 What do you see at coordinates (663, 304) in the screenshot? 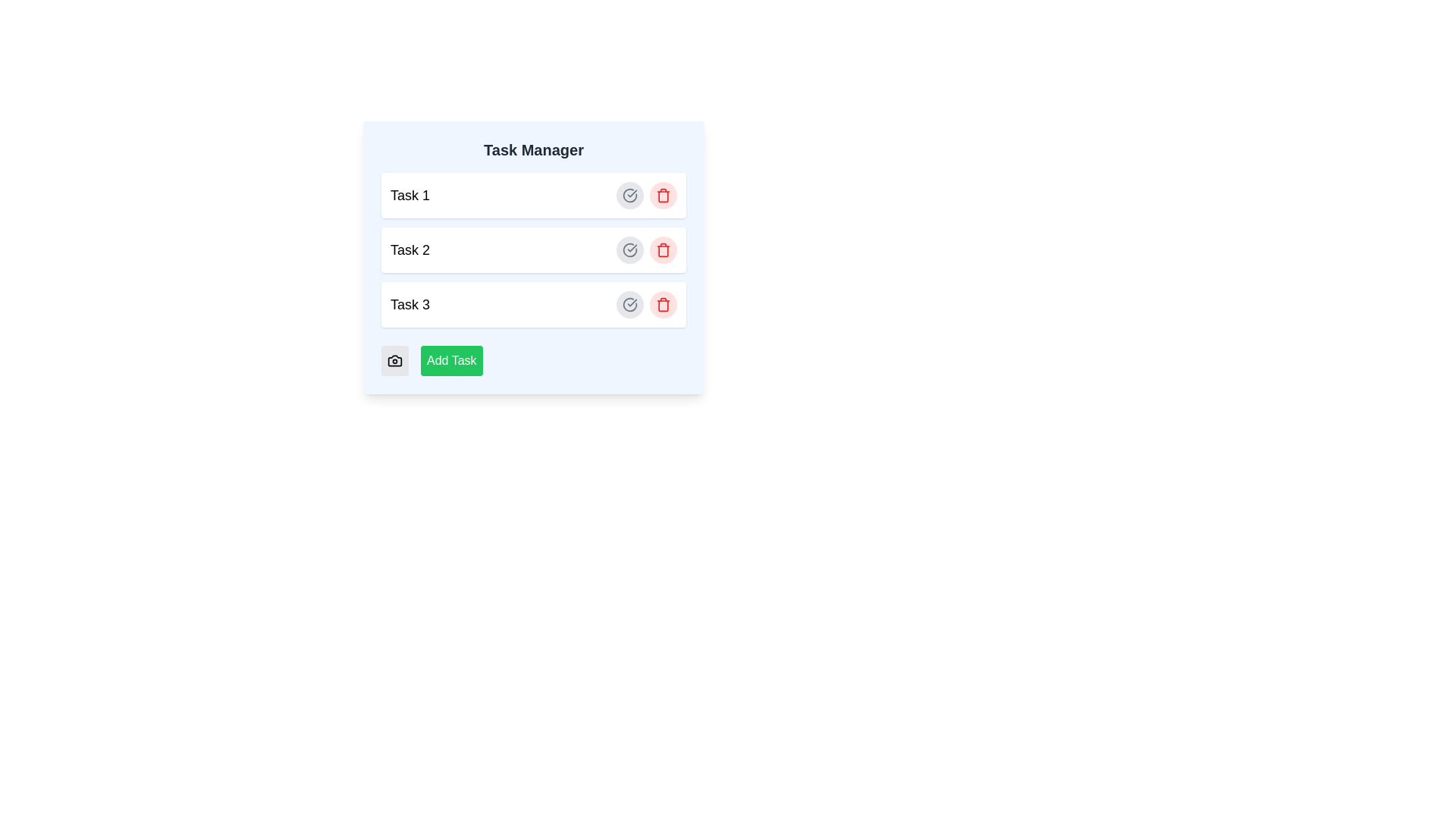
I see `the interactive button with a trash can icon, which is located at the rightmost side of the third row under the 'Task Manager' header` at bounding box center [663, 304].